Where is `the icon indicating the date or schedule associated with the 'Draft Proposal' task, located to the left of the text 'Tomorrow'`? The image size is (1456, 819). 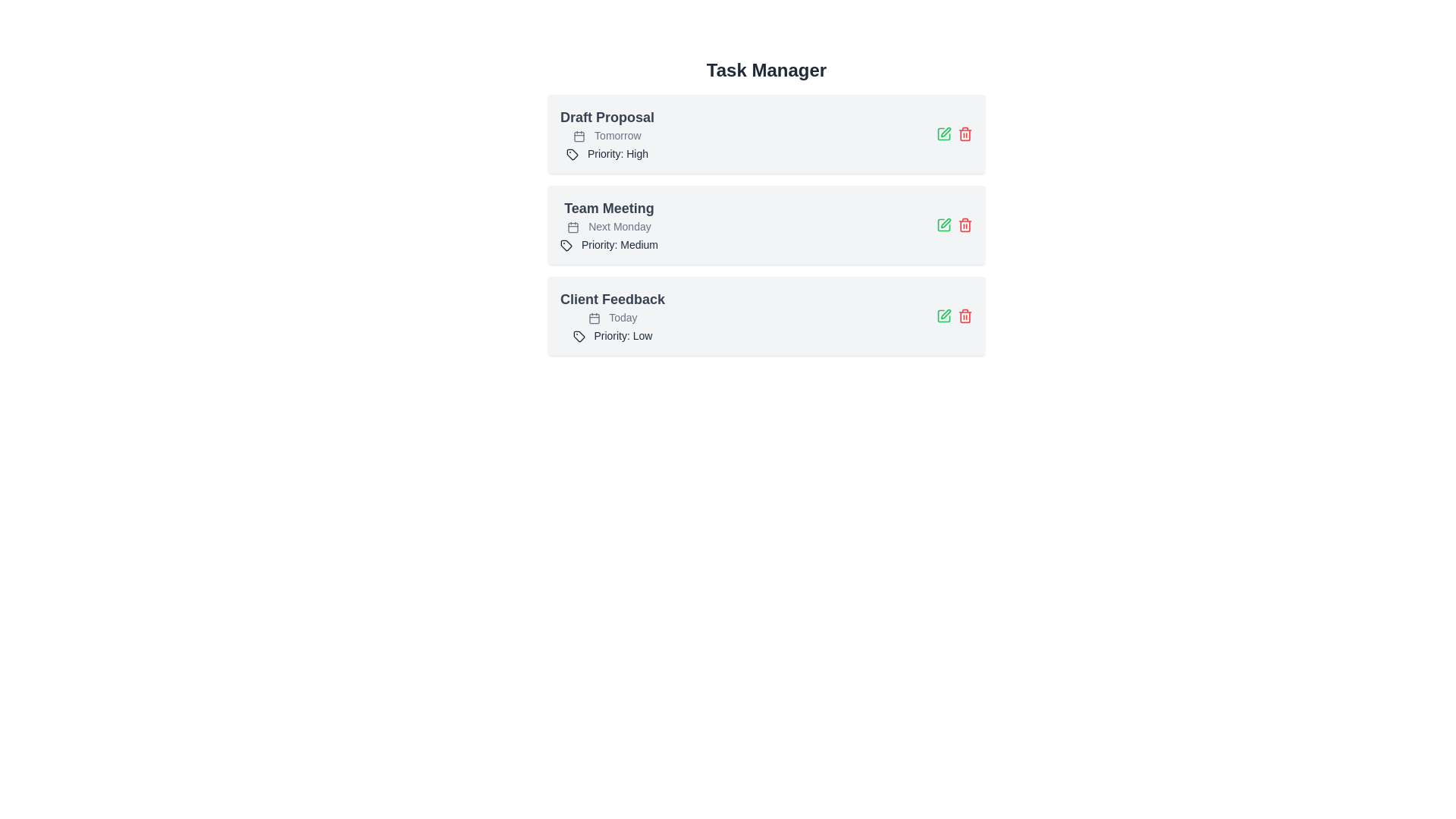
the icon indicating the date or schedule associated with the 'Draft Proposal' task, located to the left of the text 'Tomorrow' is located at coordinates (579, 136).